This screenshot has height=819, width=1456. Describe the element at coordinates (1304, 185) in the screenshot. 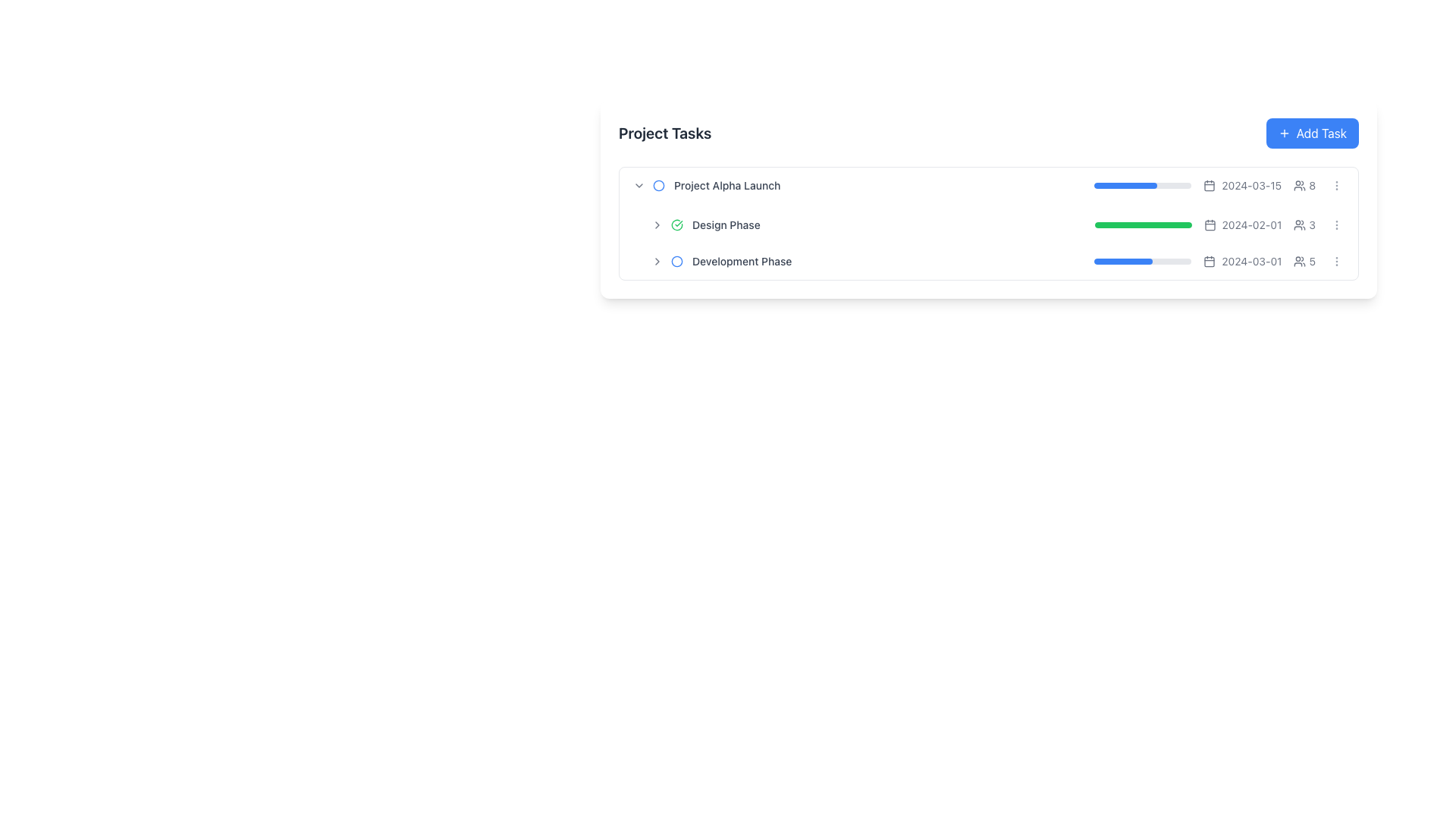

I see `the informational text element displaying the number '8' next to the user icon` at that location.